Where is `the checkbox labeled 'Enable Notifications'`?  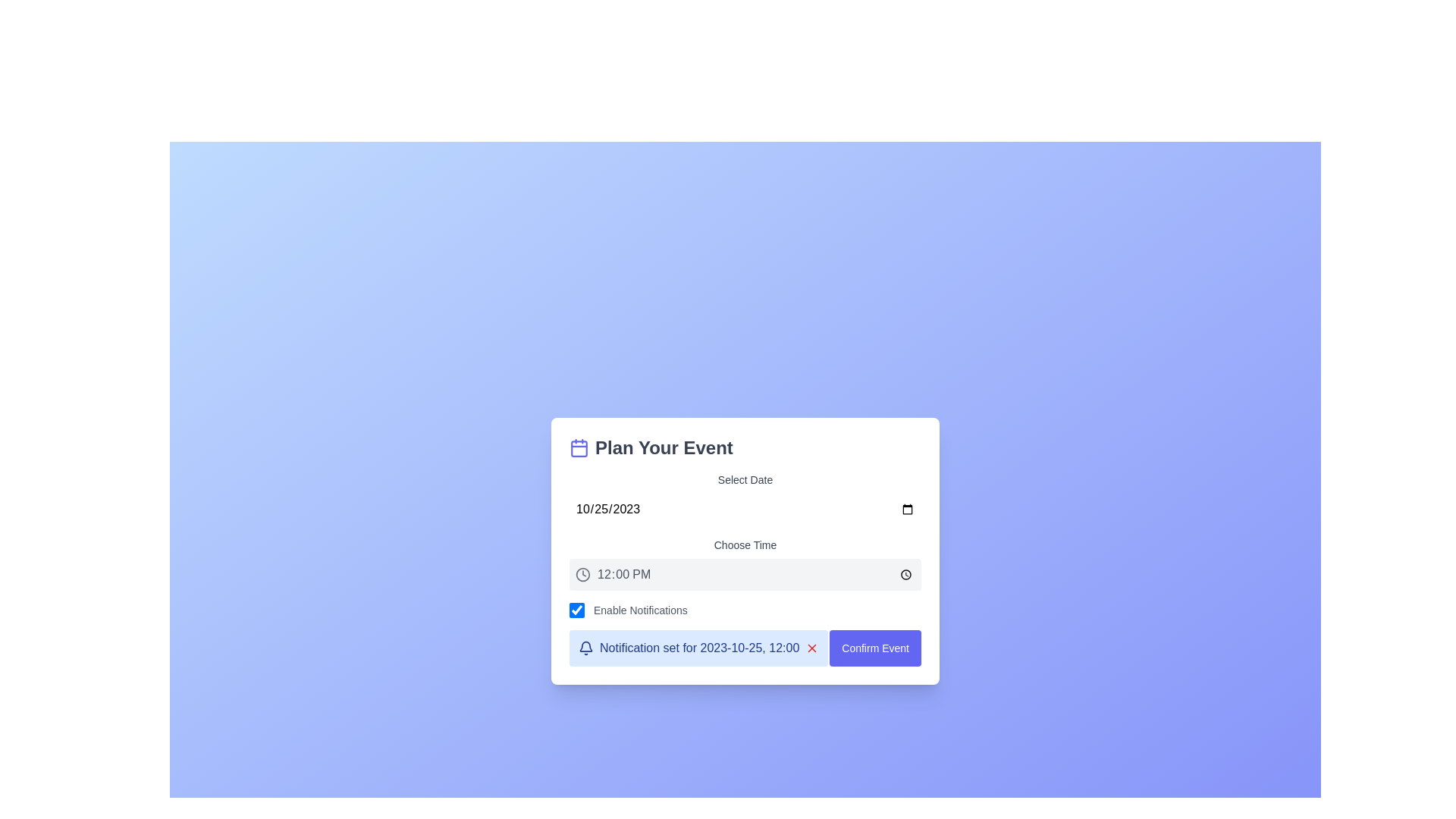
the checkbox labeled 'Enable Notifications' is located at coordinates (745, 610).